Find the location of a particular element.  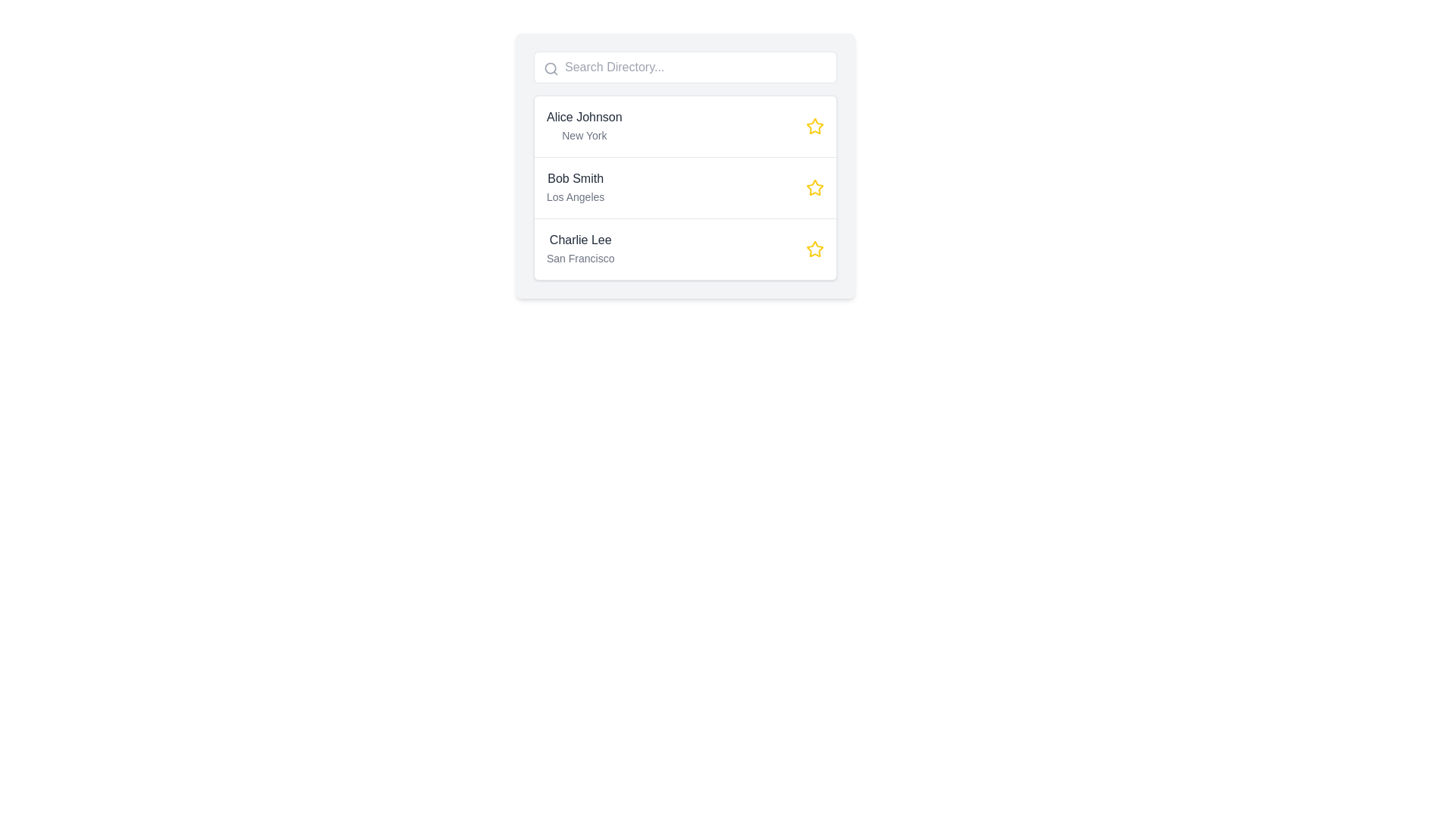

the star icon located at the end of the row displaying 'Alice Johnson' to favorite or unfavorite the entity is located at coordinates (814, 125).